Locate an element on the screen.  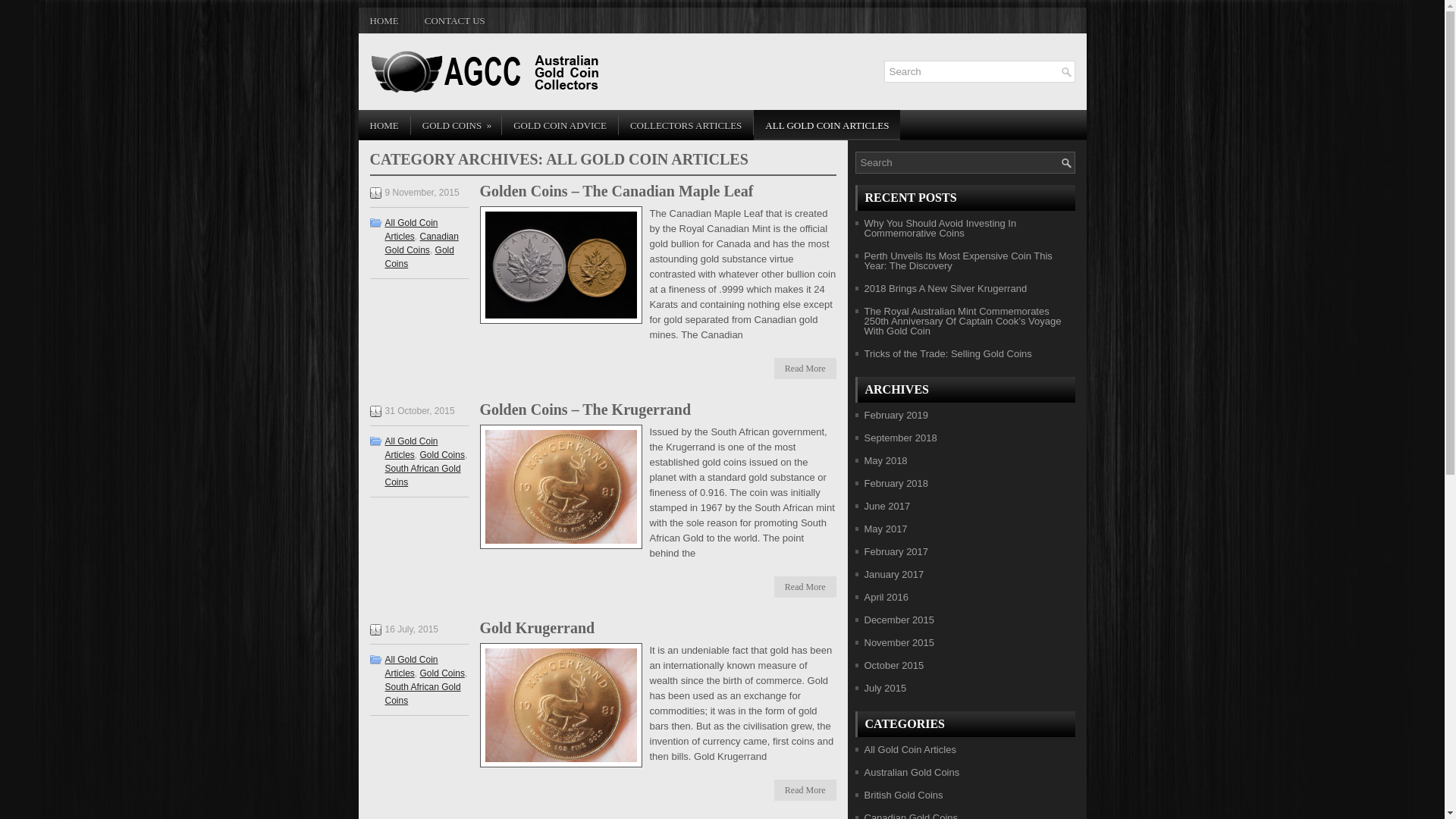
'September 2018' is located at coordinates (864, 438).